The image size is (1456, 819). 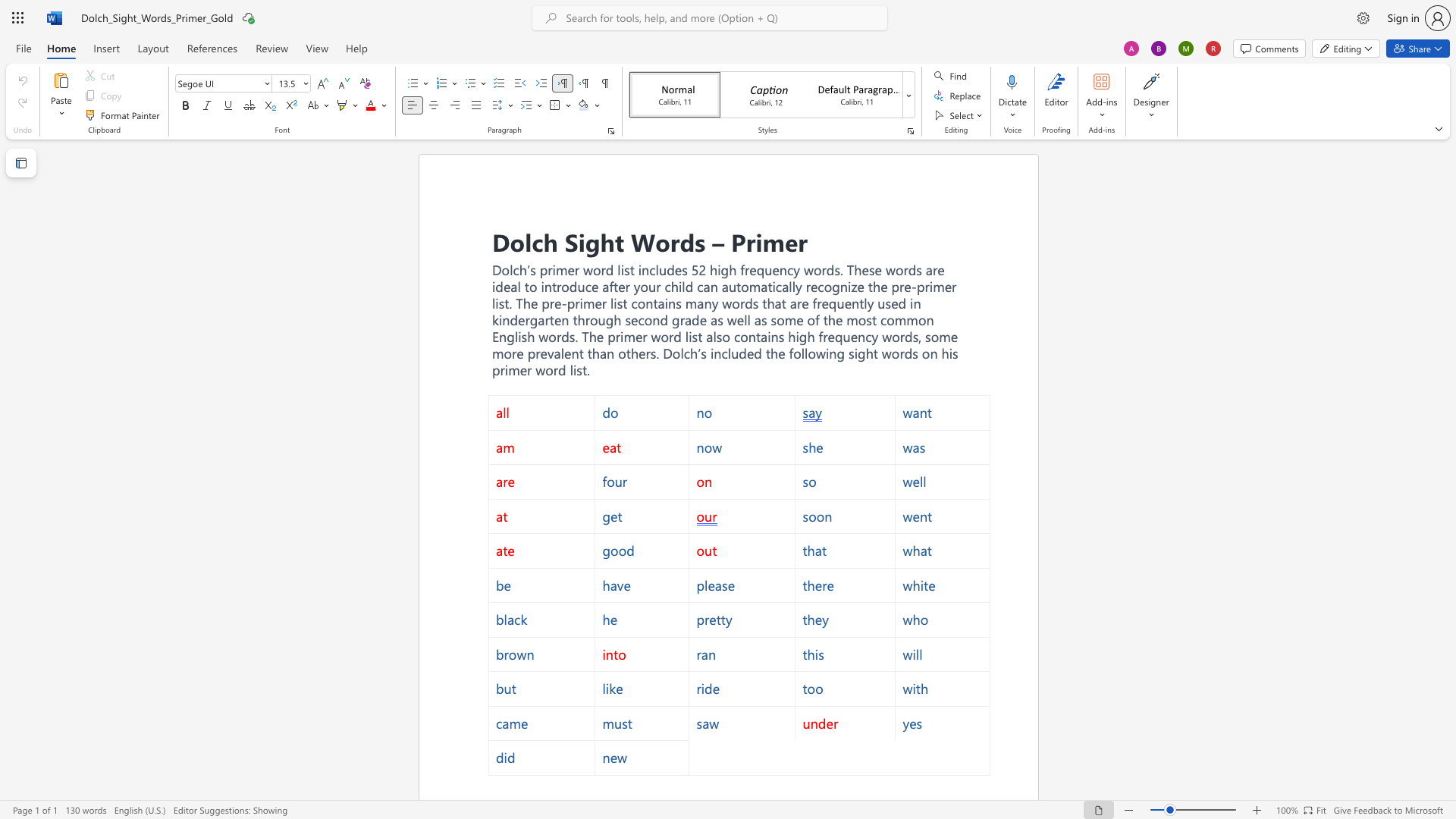 I want to click on the 2th character "u" in the text, so click(x=735, y=353).